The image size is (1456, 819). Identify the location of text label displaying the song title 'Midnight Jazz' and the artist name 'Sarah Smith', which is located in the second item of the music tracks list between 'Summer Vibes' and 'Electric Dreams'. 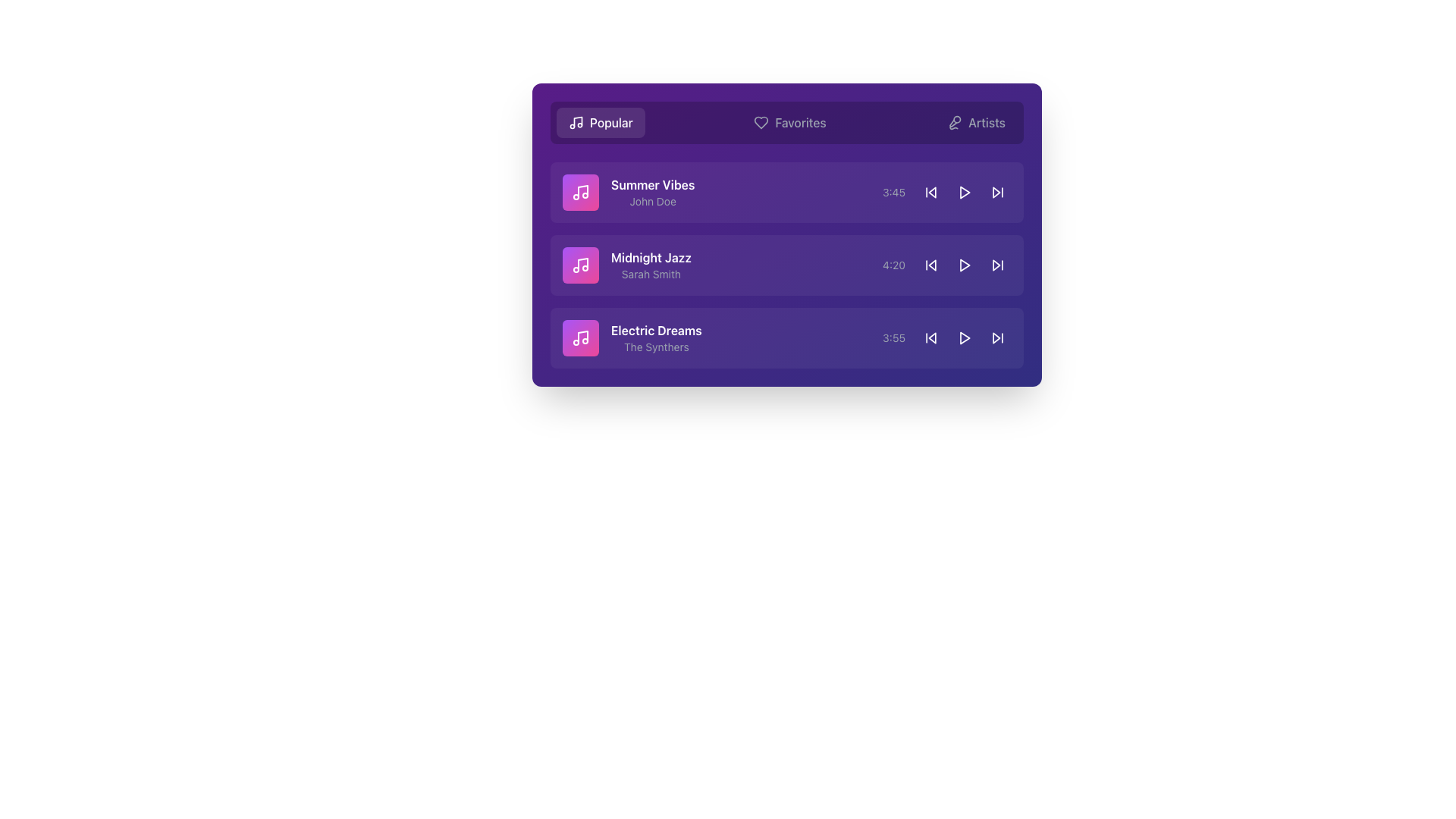
(651, 265).